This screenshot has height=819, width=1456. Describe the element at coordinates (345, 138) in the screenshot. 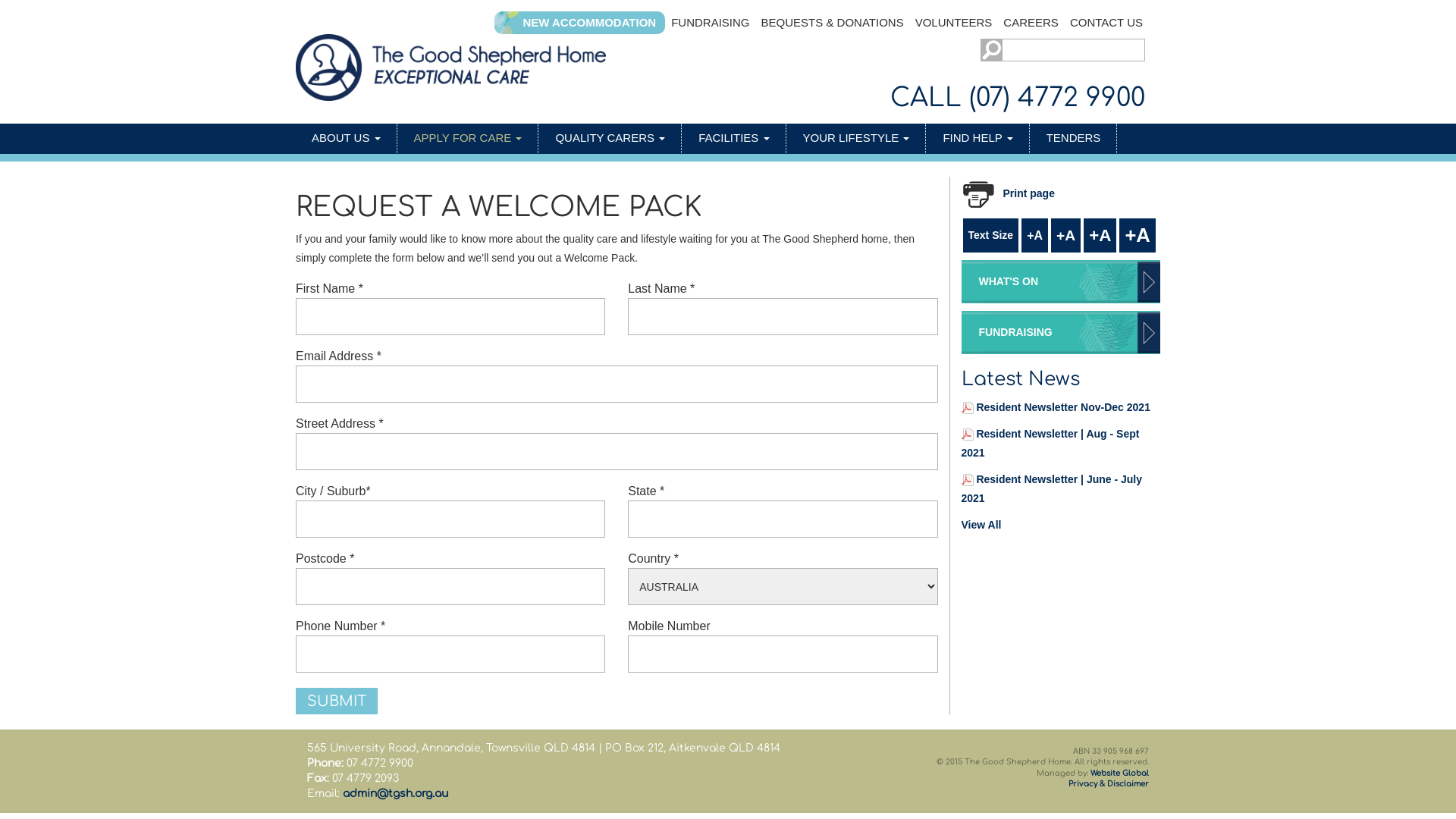

I see `'ABOUT US'` at that location.